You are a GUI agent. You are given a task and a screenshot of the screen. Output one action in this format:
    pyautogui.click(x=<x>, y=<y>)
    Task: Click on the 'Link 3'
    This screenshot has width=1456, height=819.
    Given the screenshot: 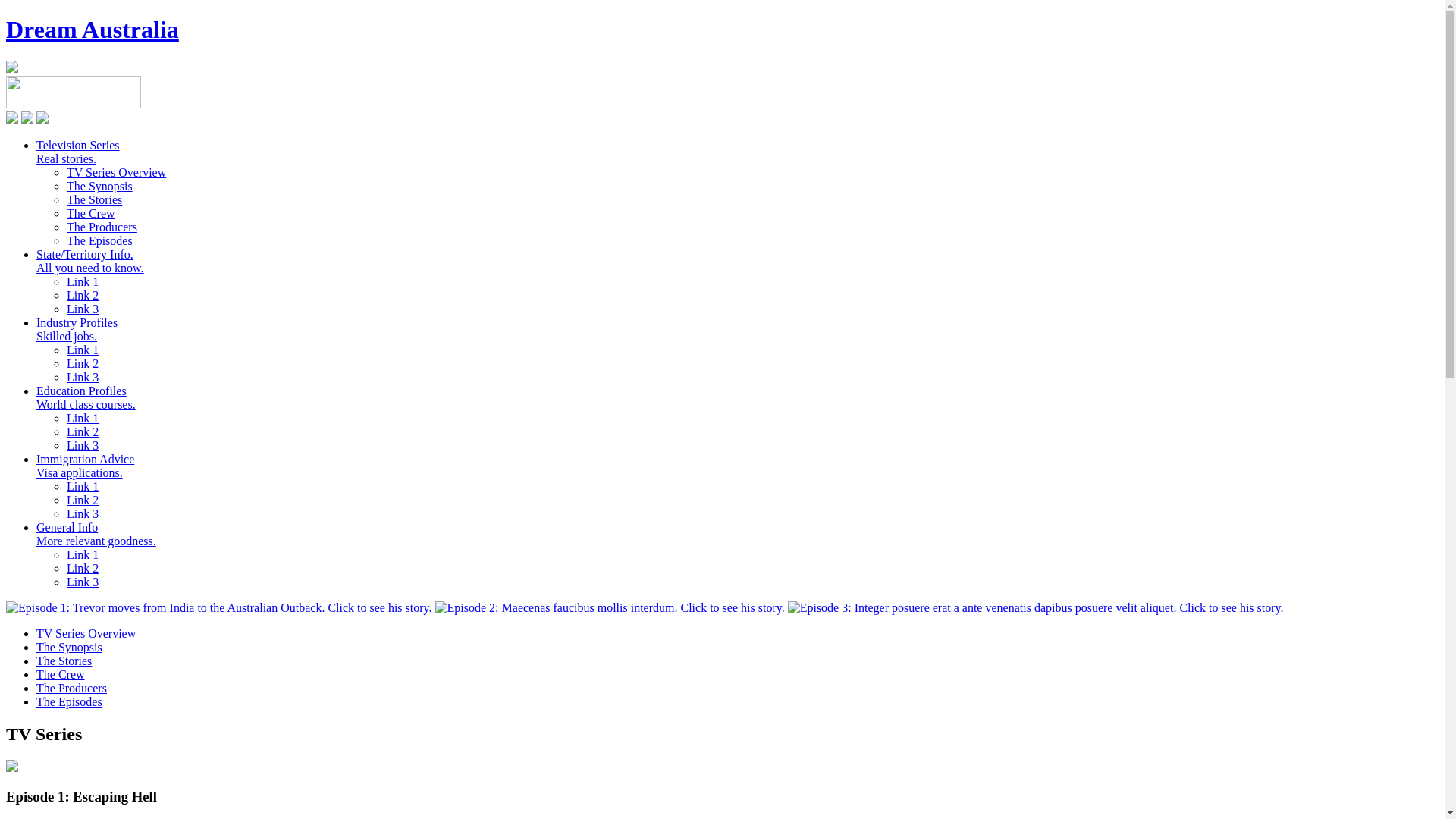 What is the action you would take?
    pyautogui.click(x=82, y=581)
    